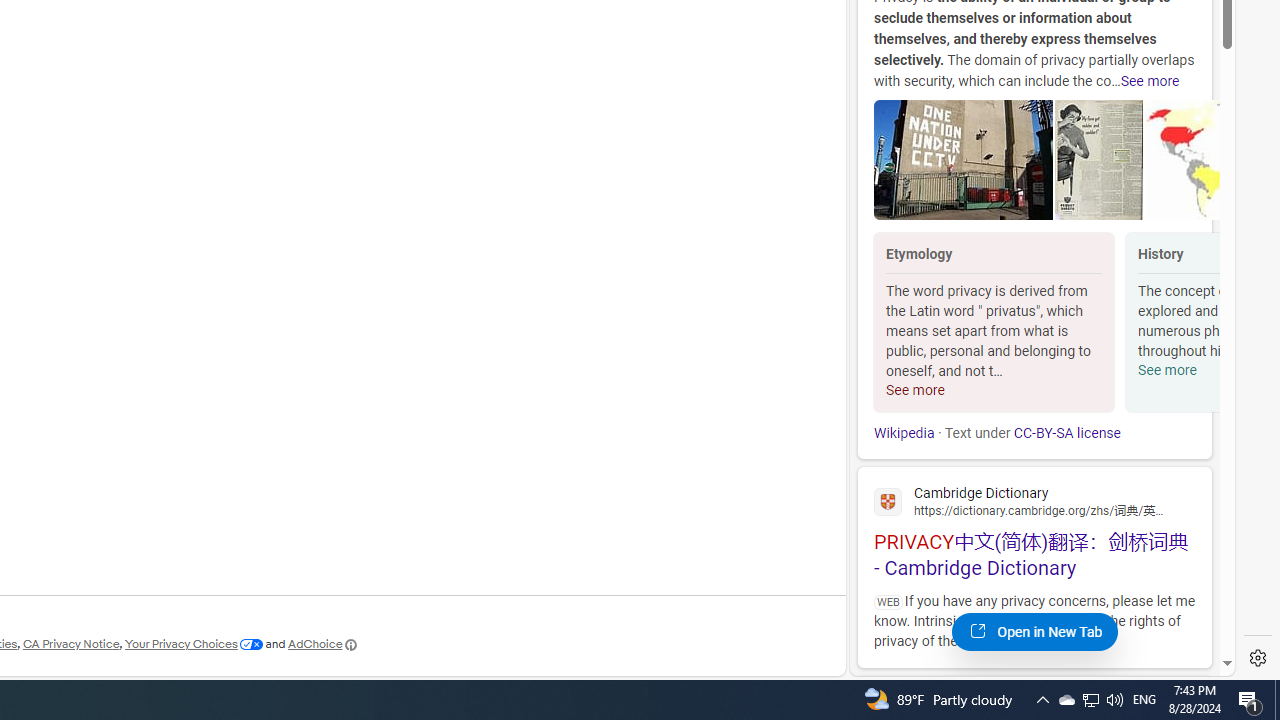 Image resolution: width=1280 pixels, height=720 pixels. What do you see at coordinates (903, 432) in the screenshot?
I see `'Wikipedia'` at bounding box center [903, 432].